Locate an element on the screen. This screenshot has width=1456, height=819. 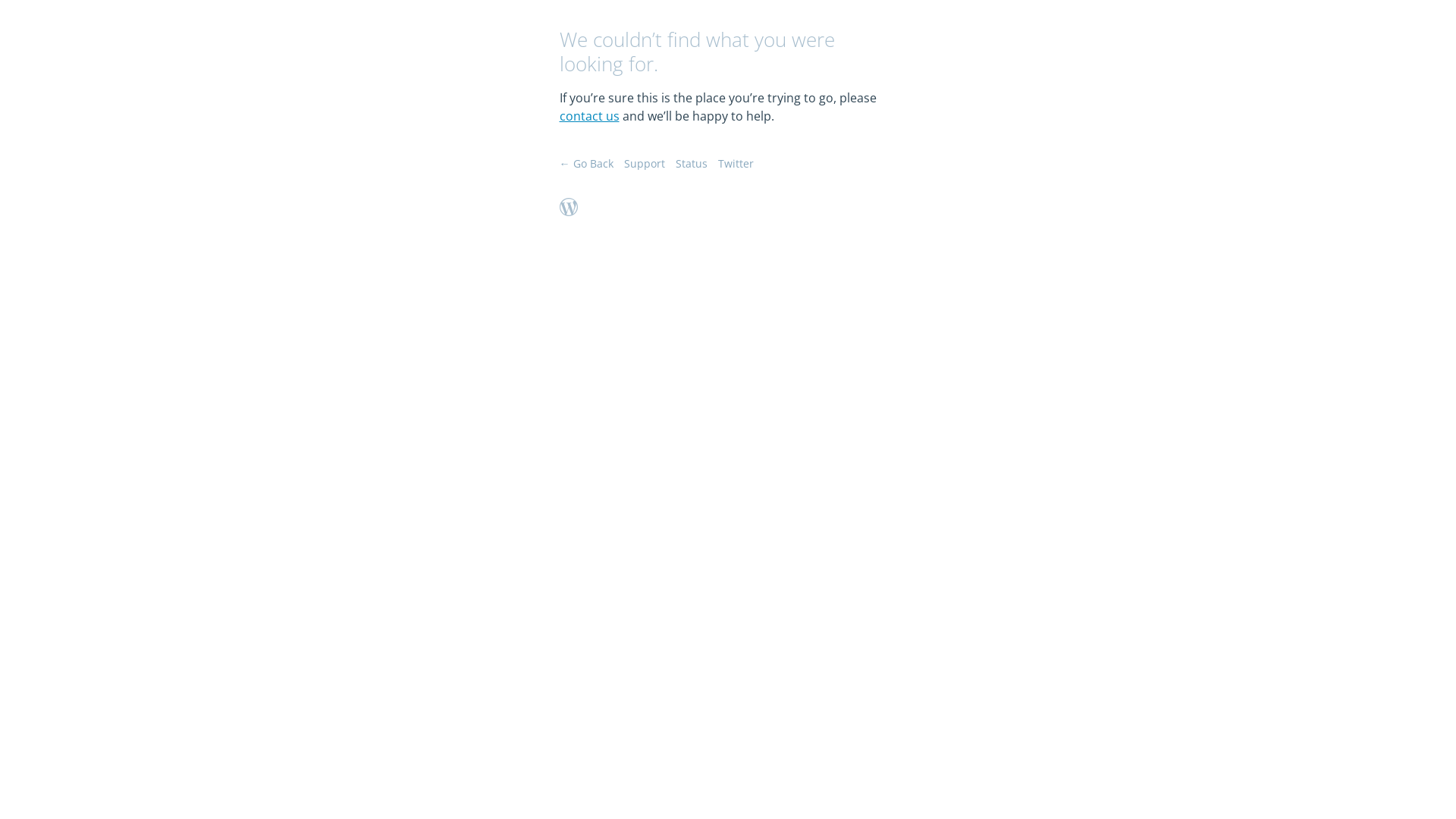
'Support' is located at coordinates (644, 163).